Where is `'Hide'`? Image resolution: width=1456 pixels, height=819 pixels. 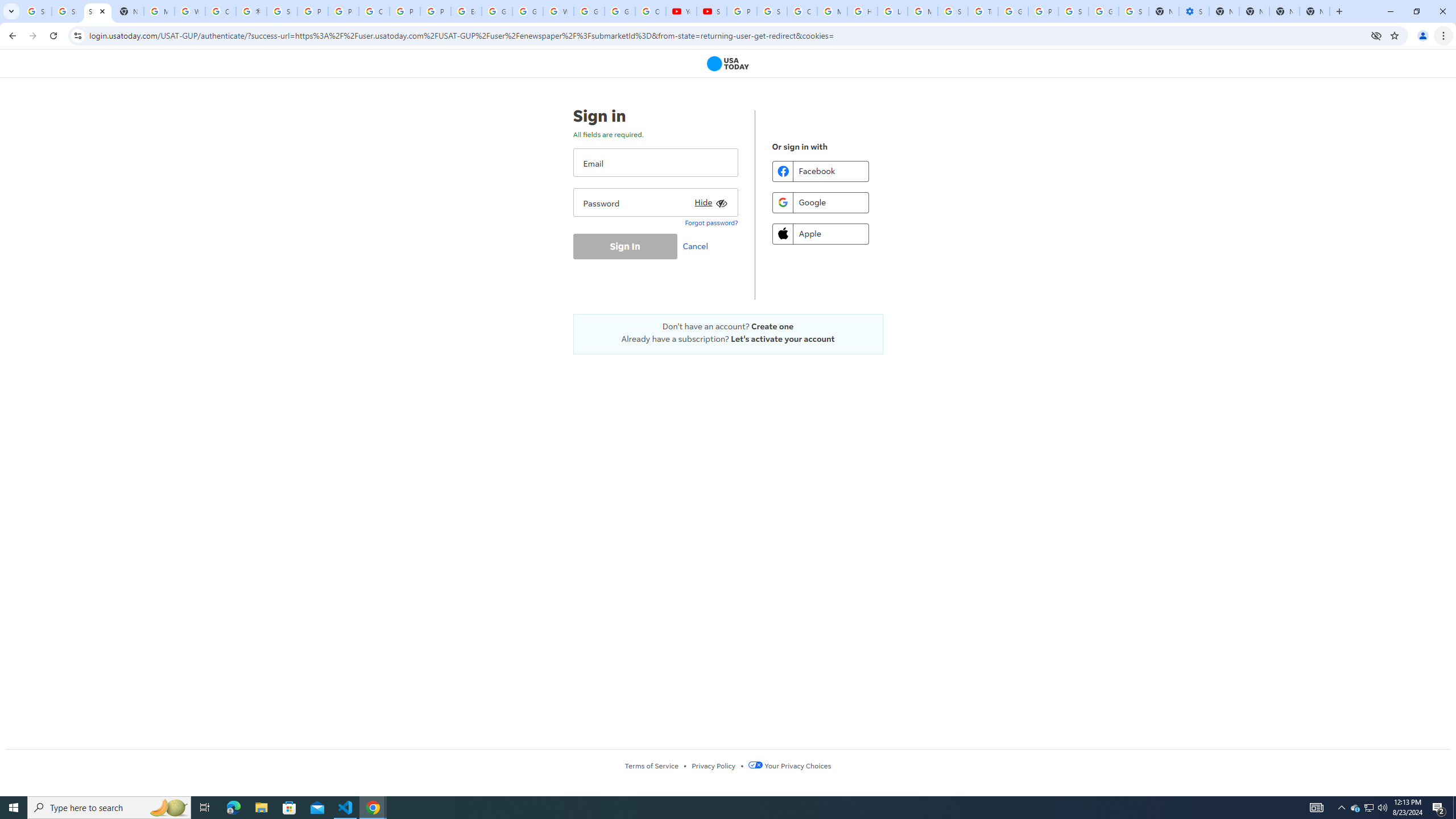 'Hide' is located at coordinates (709, 200).